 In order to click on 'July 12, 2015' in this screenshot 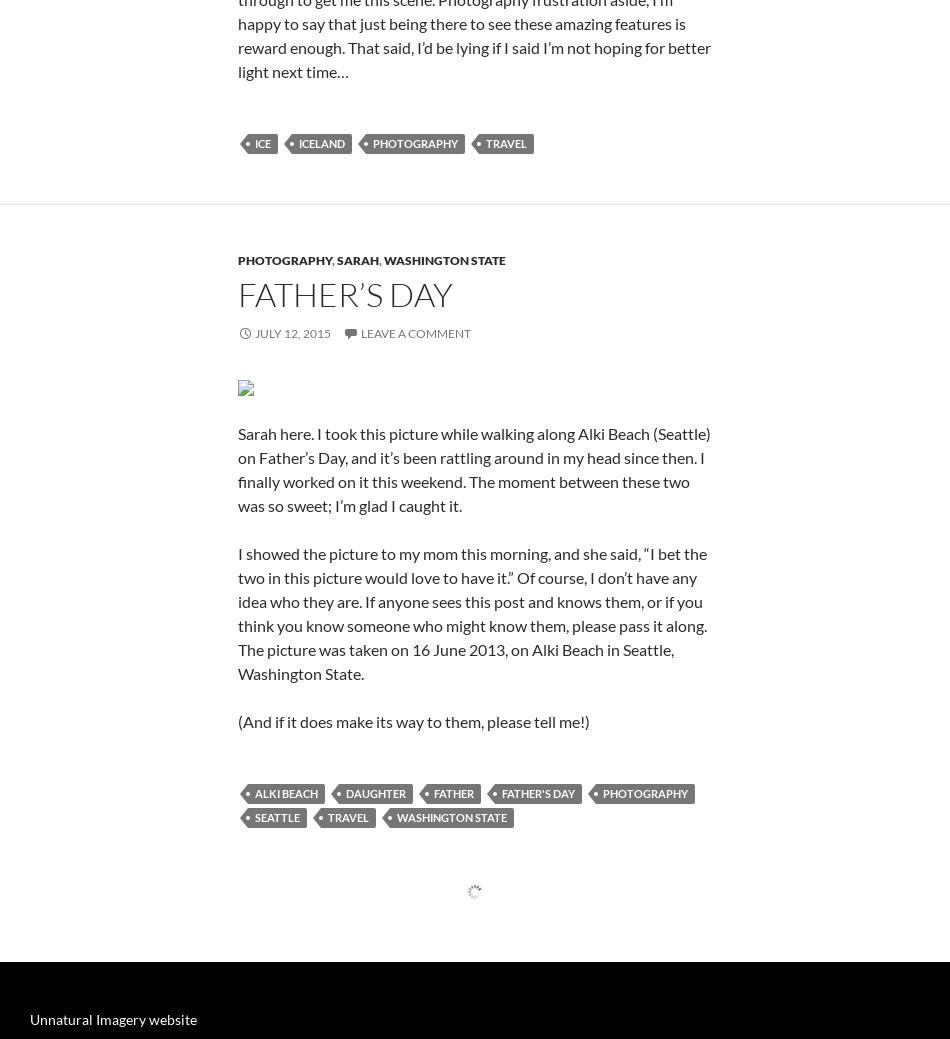, I will do `click(253, 576)`.